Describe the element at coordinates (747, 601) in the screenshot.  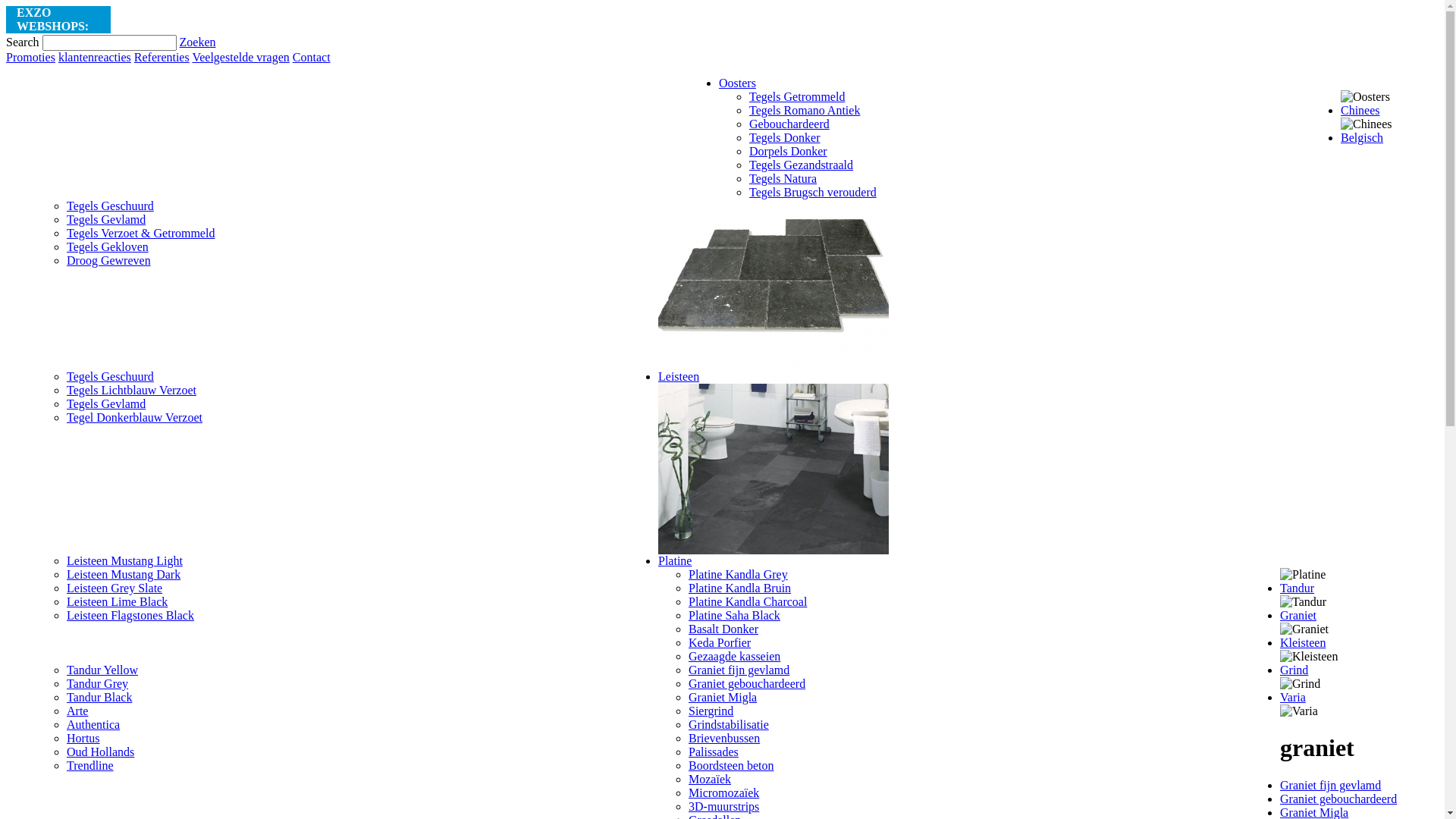
I see `'Platine Kandla Charcoal'` at that location.